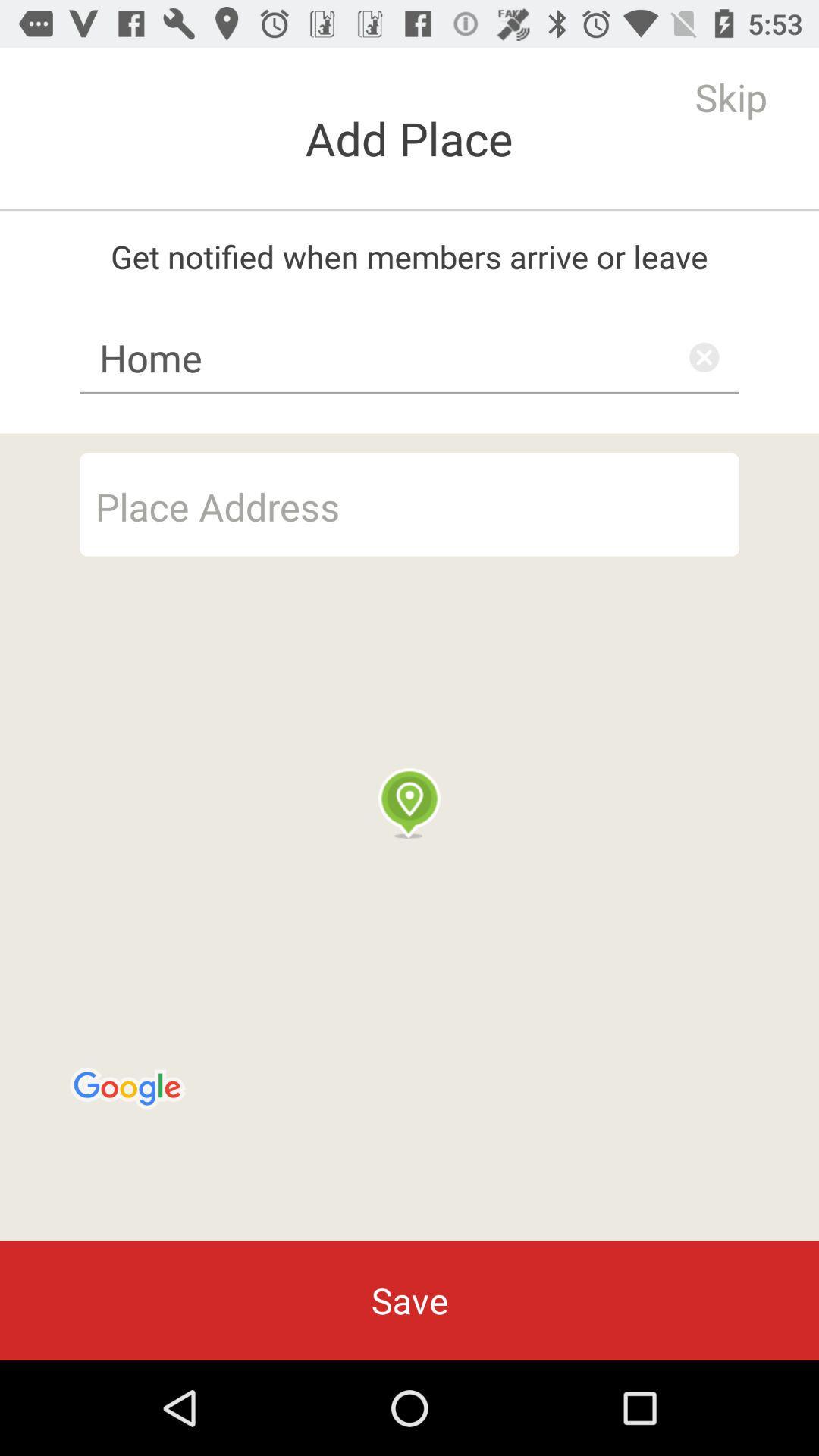  I want to click on the save item, so click(409, 1300).